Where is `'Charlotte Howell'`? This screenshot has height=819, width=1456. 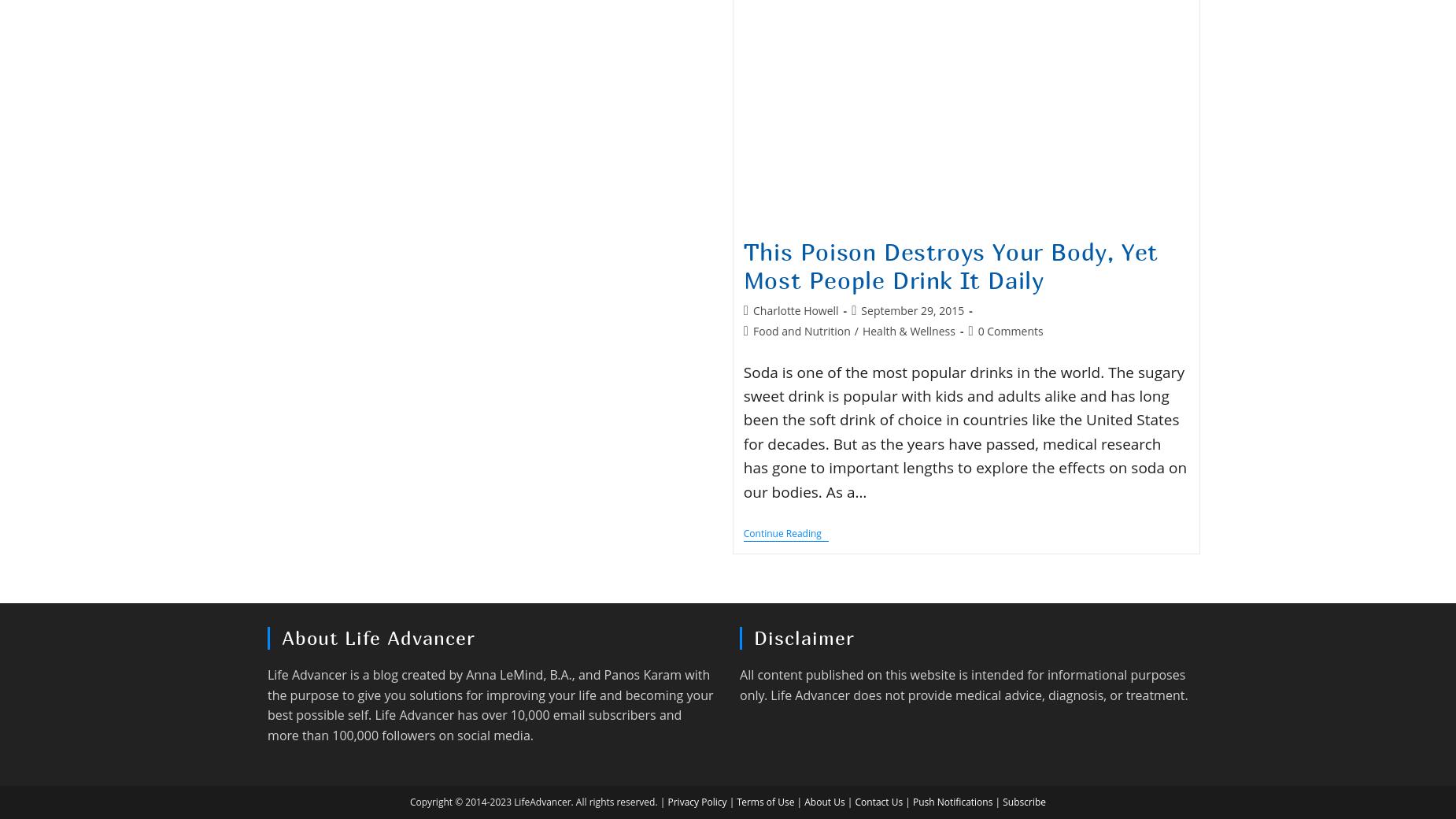 'Charlotte Howell' is located at coordinates (794, 309).